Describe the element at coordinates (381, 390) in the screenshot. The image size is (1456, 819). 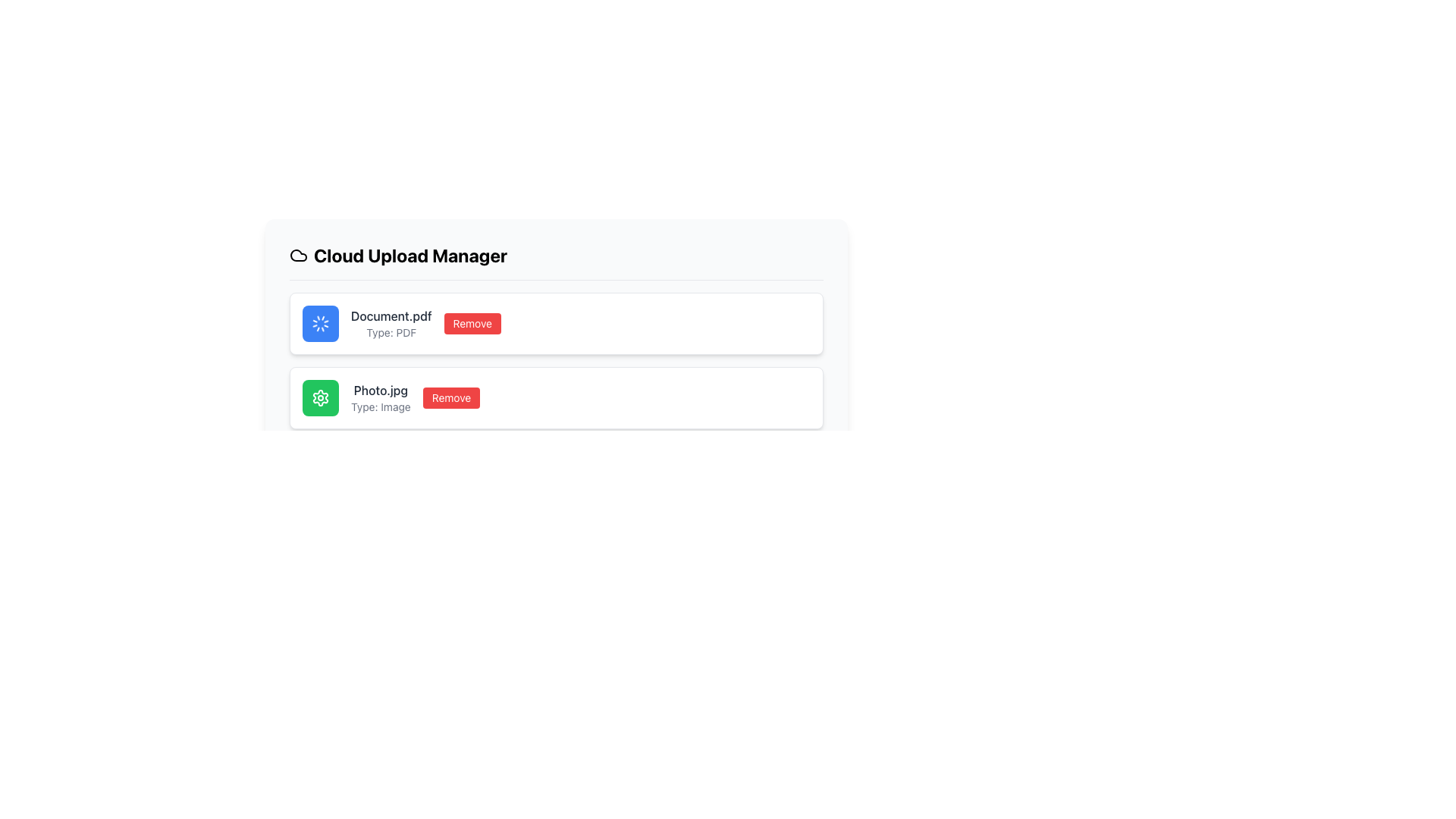
I see `the text label displaying the file name of the second listed item, which has a green icon and the text 'Type: Image' below it` at that location.